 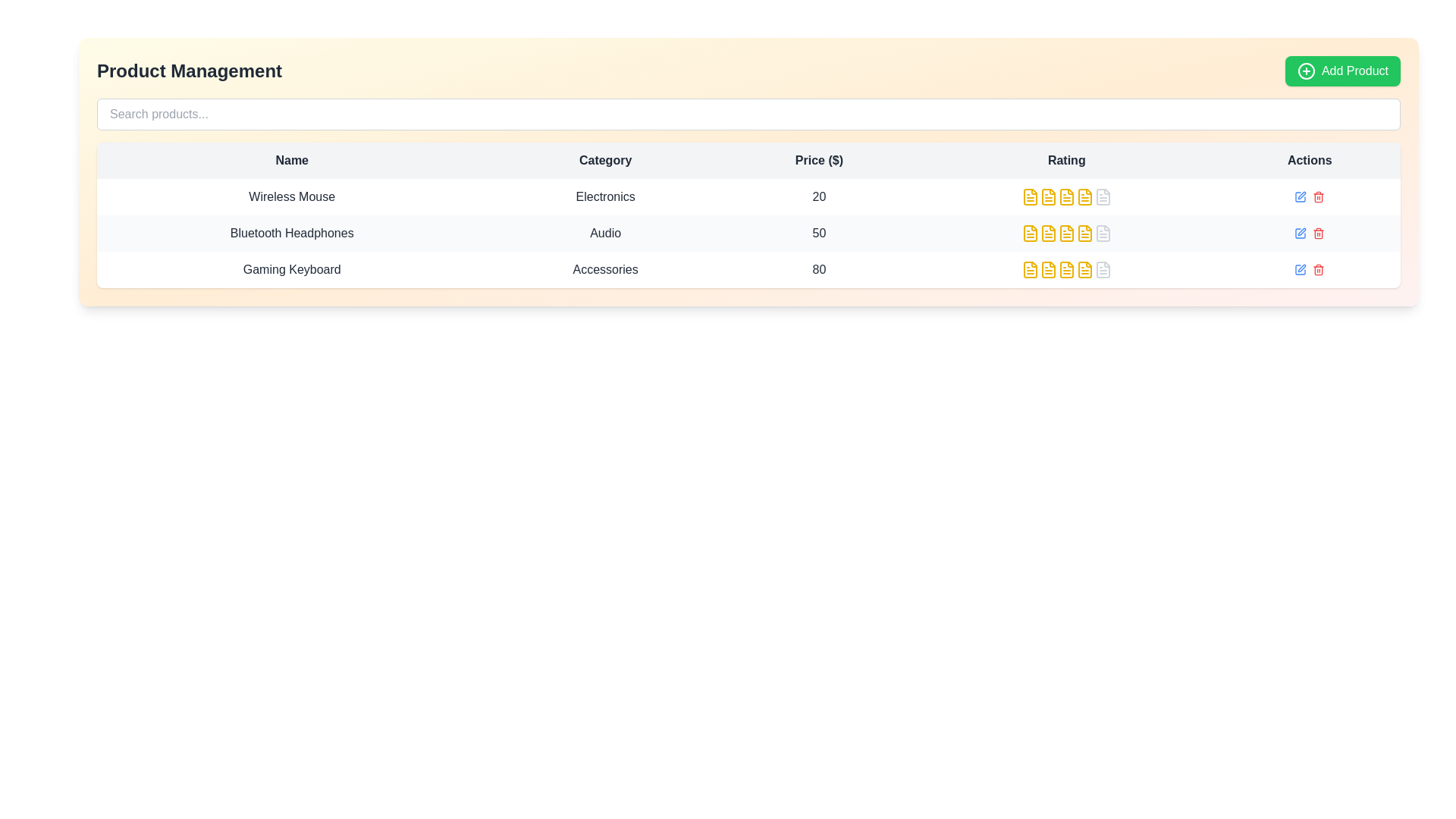 I want to click on the first icon in the third row of the rating system to set the rating value, so click(x=1030, y=268).